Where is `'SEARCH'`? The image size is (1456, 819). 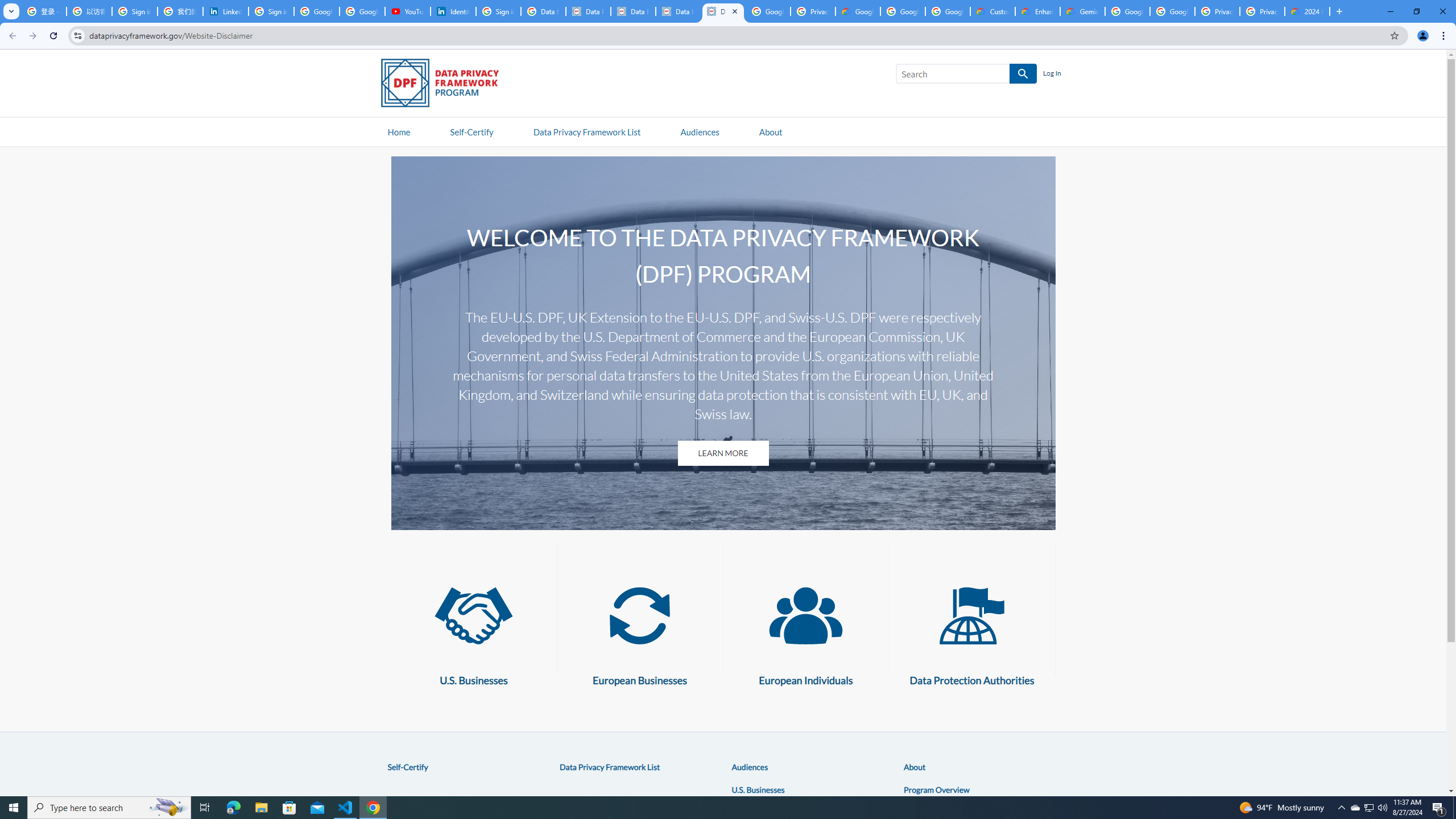 'SEARCH' is located at coordinates (1022, 74).